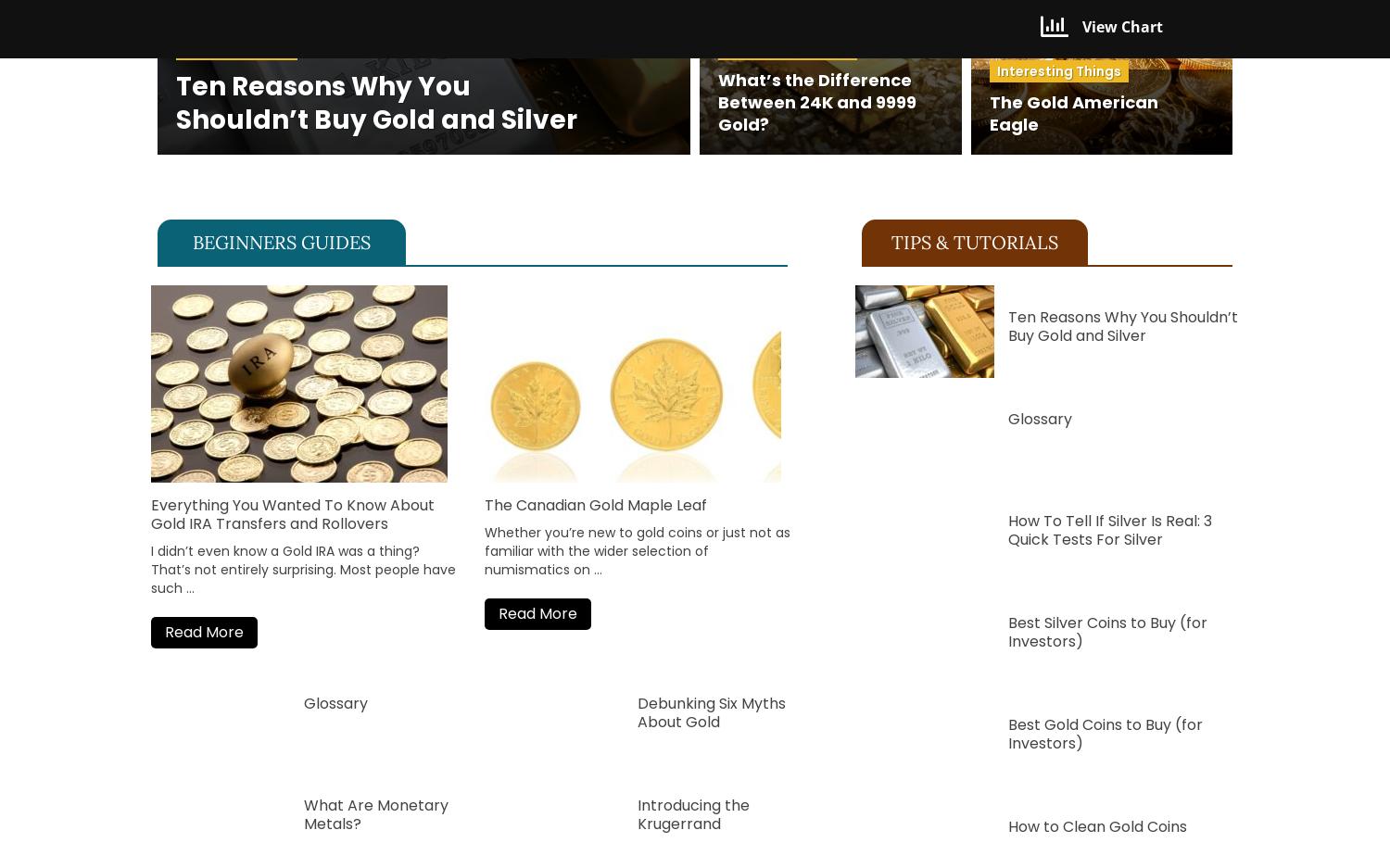 The width and height of the screenshot is (1390, 868). Describe the element at coordinates (291, 513) in the screenshot. I see `'Everything You Wanted To Know About Gold IRA Transfers and Rollovers'` at that location.